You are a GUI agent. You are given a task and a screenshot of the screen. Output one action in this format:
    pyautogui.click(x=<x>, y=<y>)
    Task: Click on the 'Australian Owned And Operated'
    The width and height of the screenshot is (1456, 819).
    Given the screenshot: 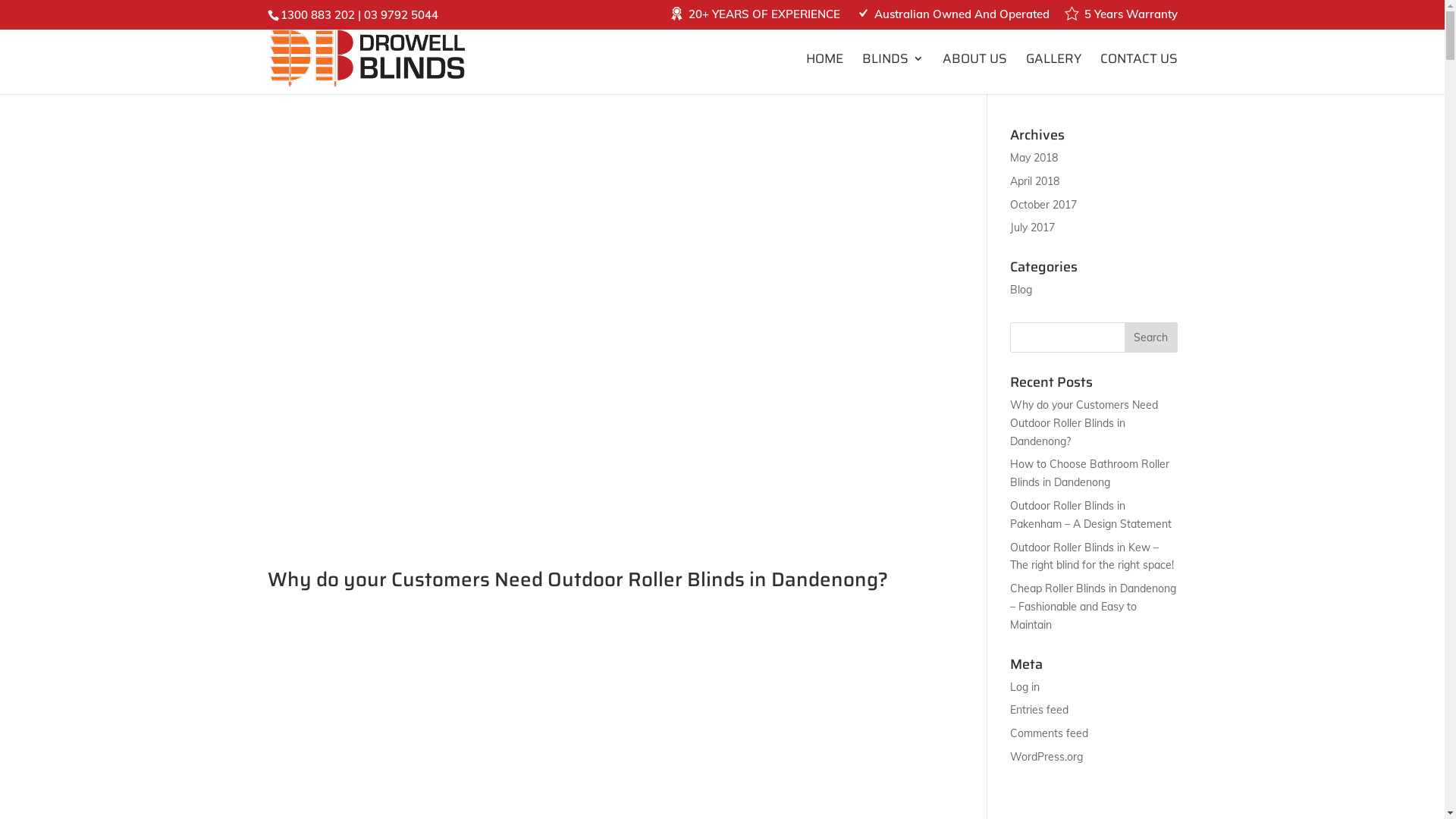 What is the action you would take?
    pyautogui.click(x=951, y=18)
    